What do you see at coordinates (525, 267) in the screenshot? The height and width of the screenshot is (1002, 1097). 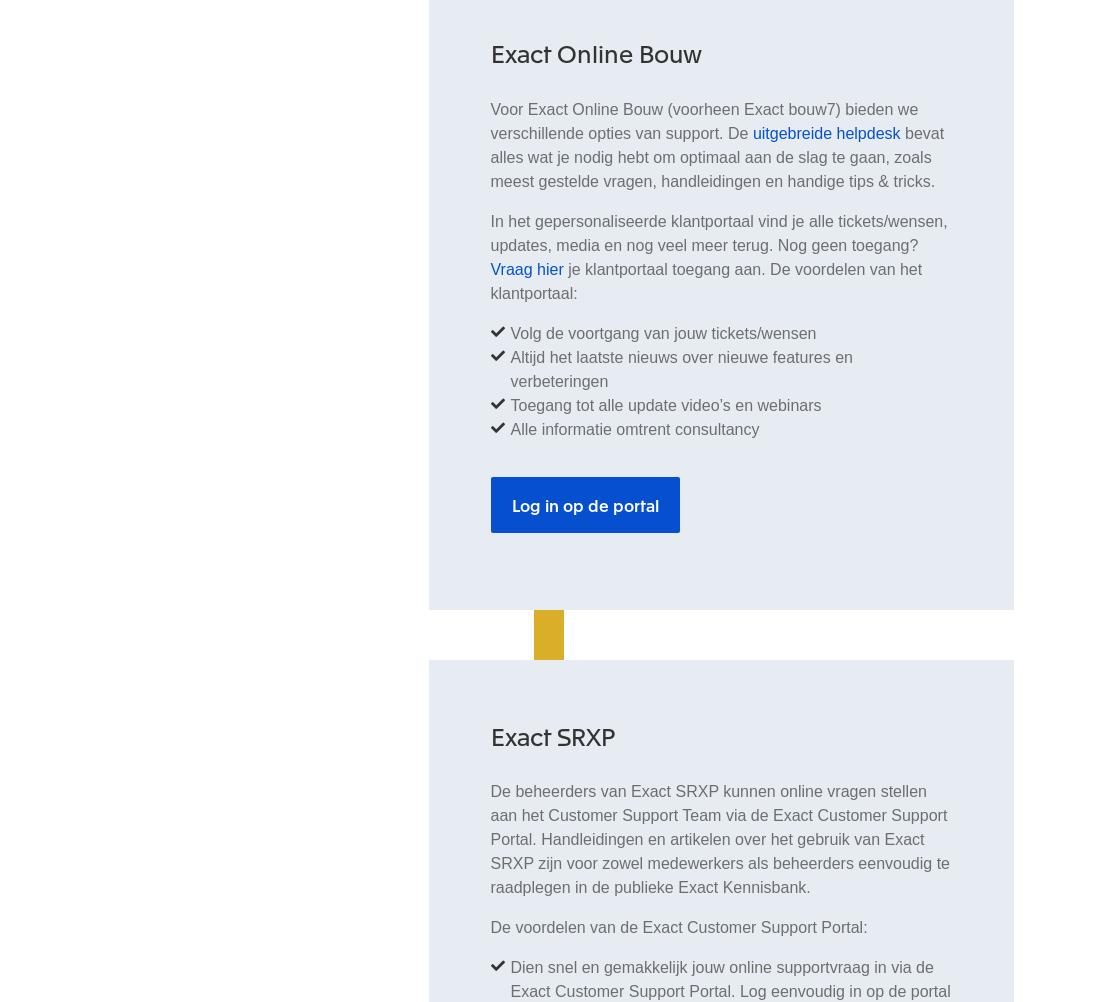 I see `'Vraag hier'` at bounding box center [525, 267].